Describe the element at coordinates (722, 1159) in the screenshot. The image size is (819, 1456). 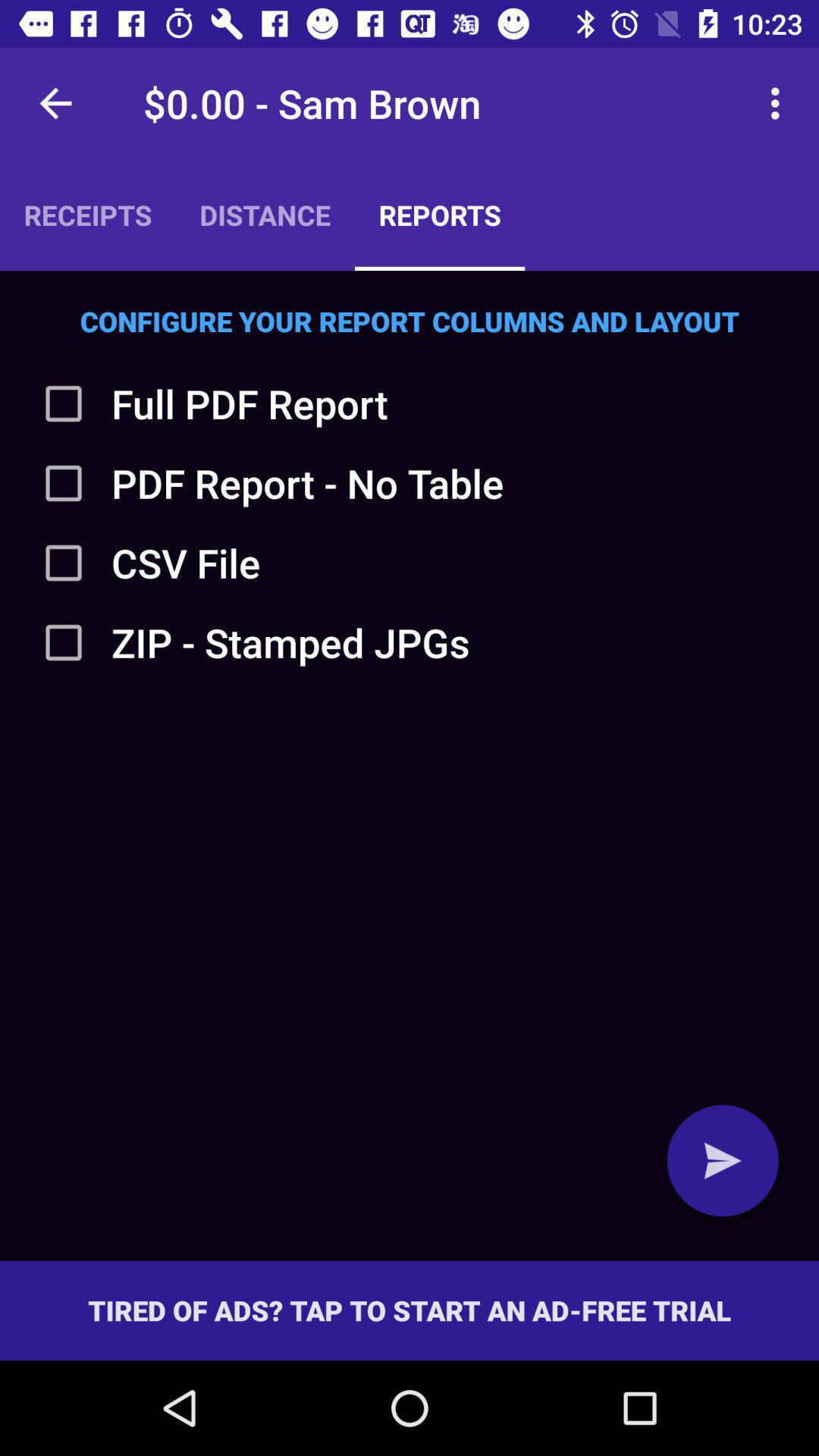
I see `send` at that location.